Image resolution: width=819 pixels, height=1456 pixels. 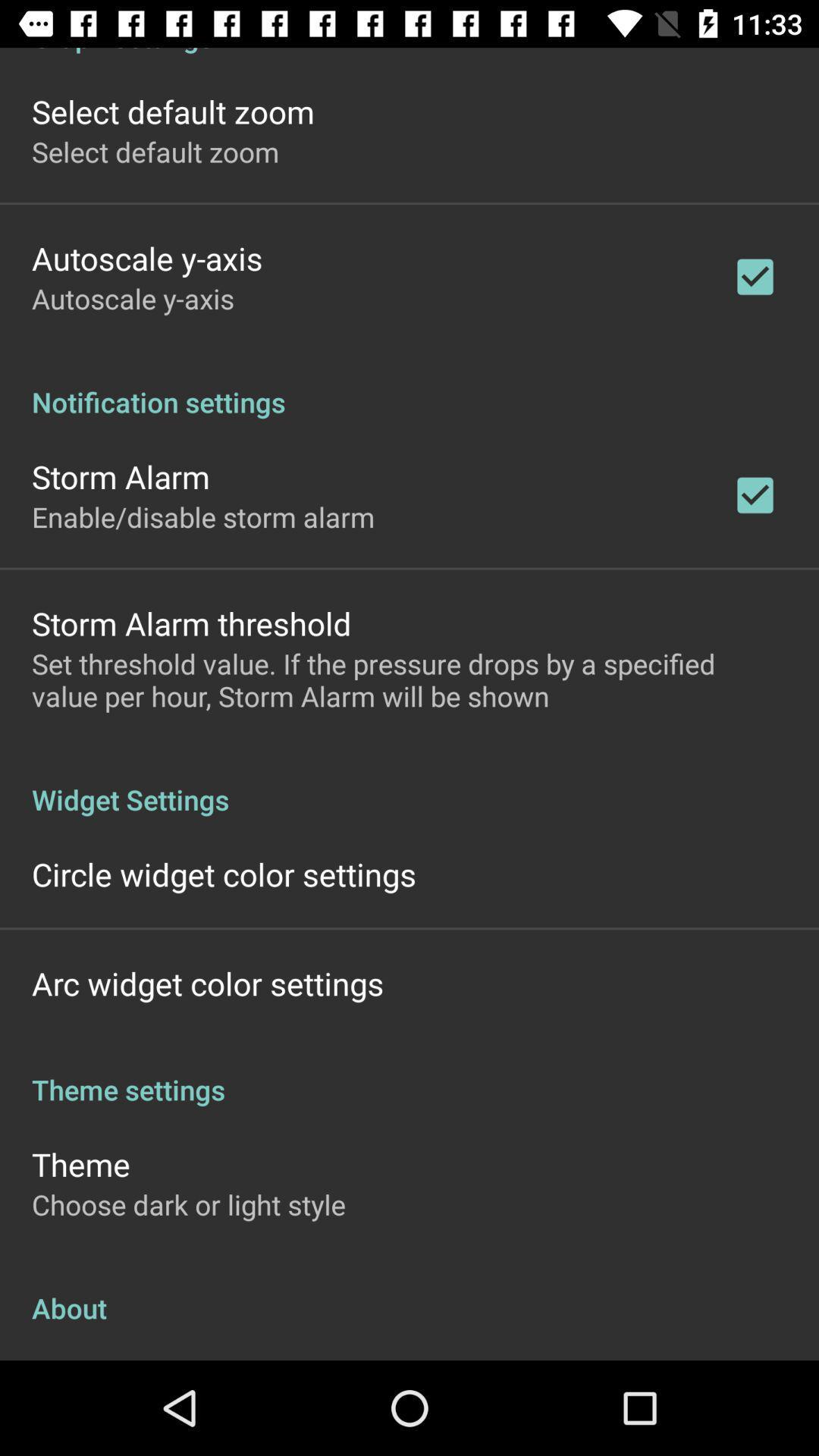 I want to click on set threshold value icon, so click(x=409, y=679).